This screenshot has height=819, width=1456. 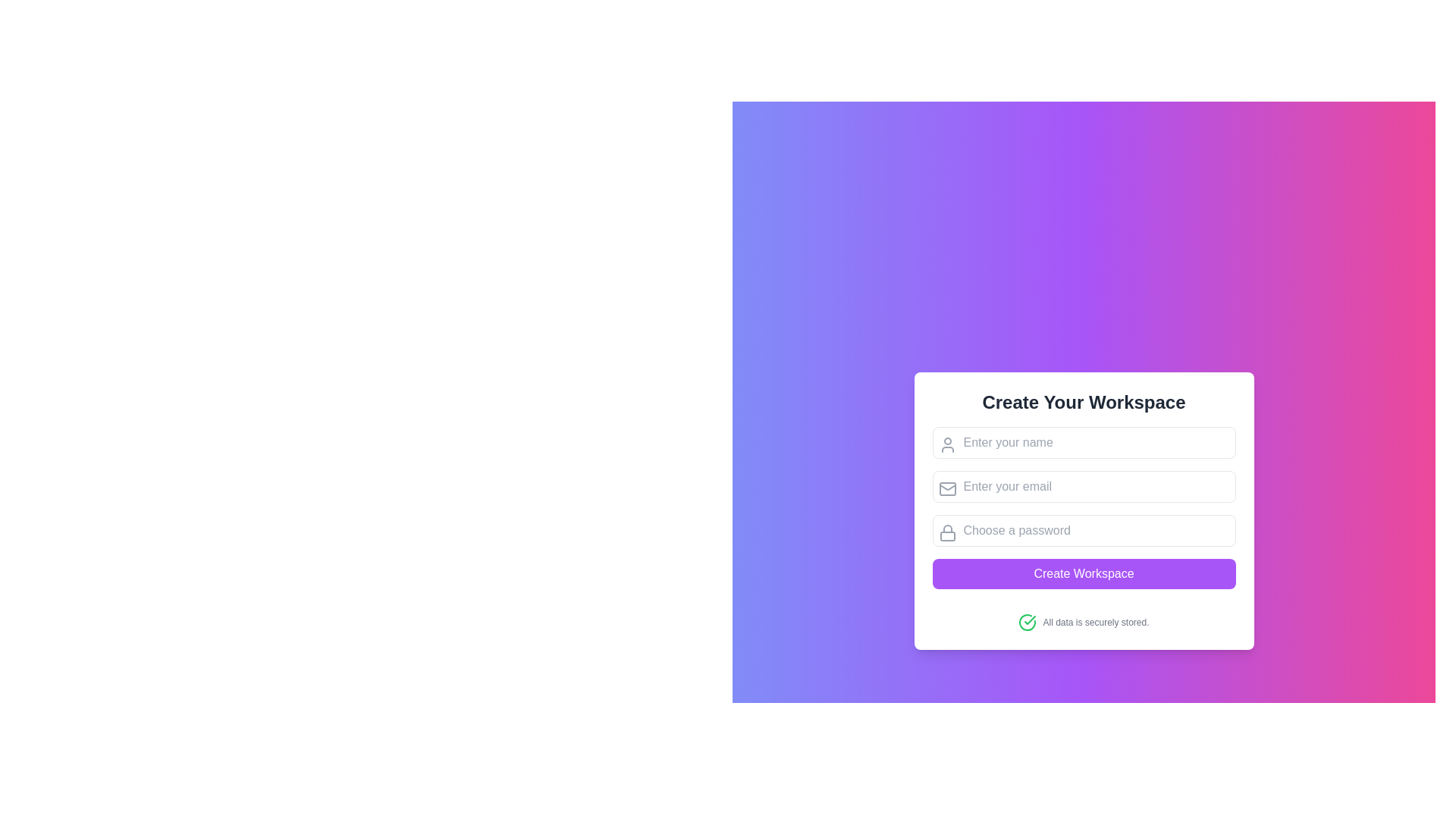 I want to click on the confirmation icon located to the left of the text 'All data is securely stored.' below the 'Create Workspace' button, so click(x=1028, y=623).